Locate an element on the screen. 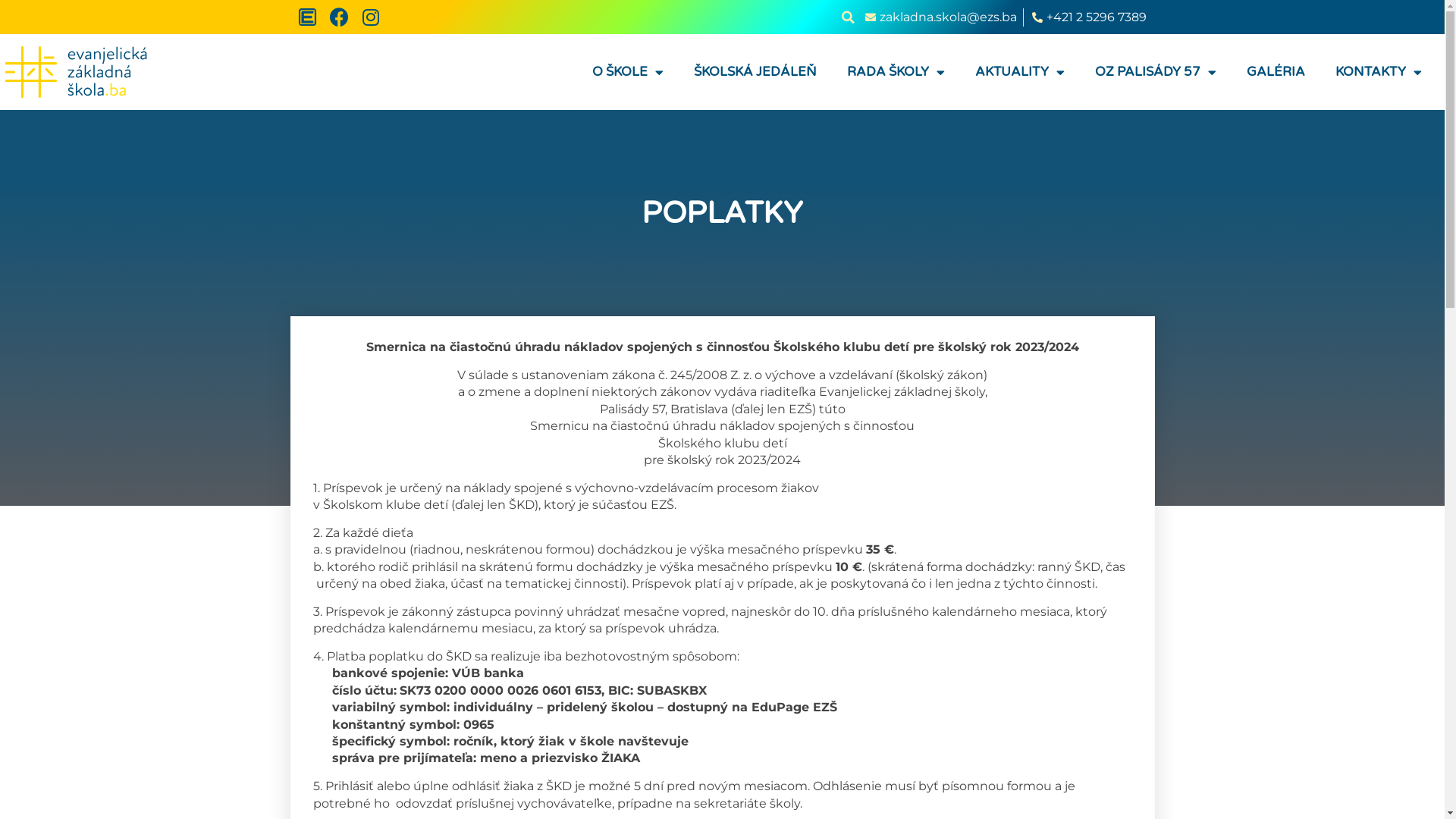 Image resolution: width=1456 pixels, height=819 pixels. '+421 2 5296 7389' is located at coordinates (1030, 17).